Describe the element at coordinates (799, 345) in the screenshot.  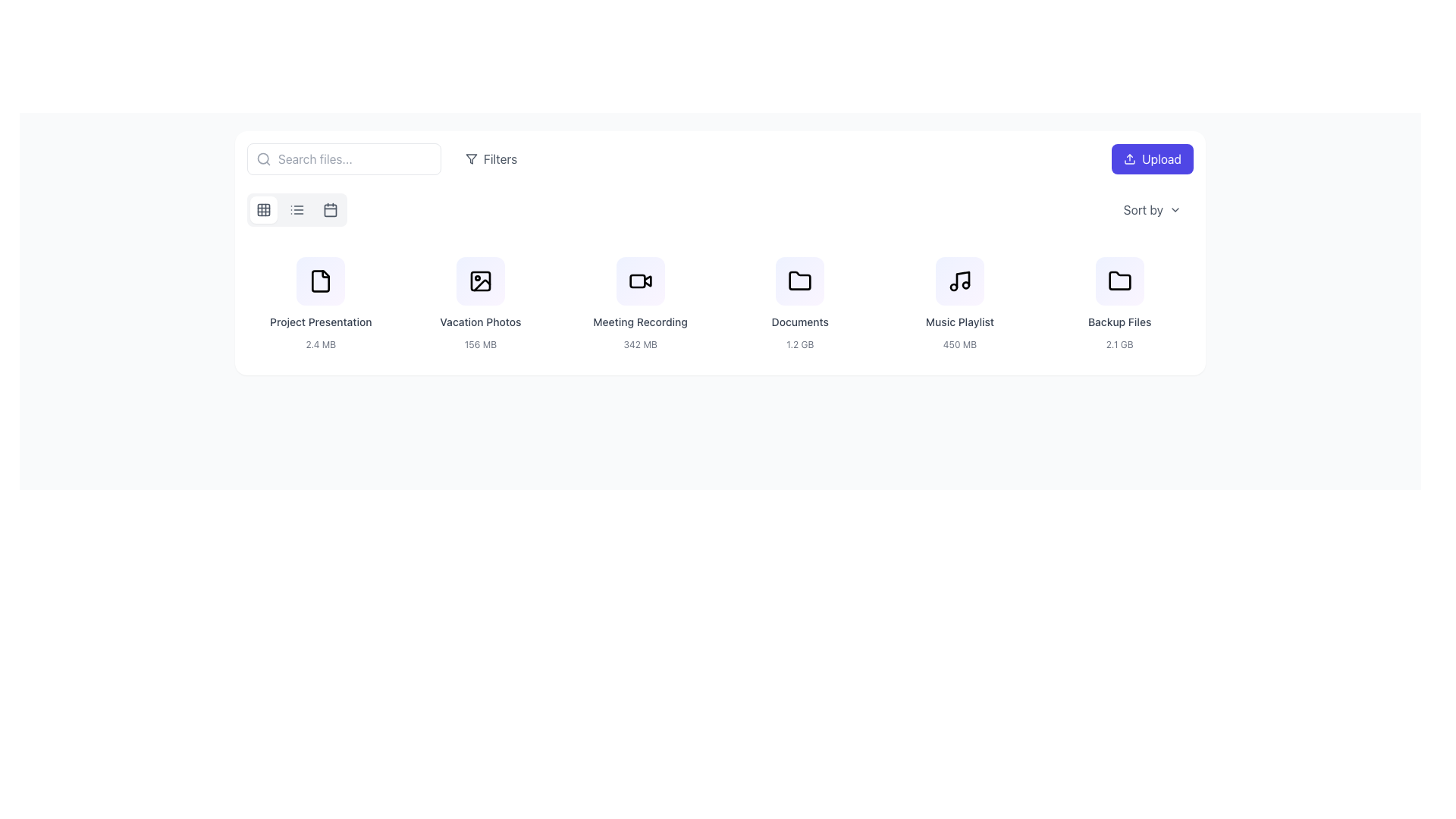
I see `the text label displaying '1.2 GB', which is located underneath the 'Documents' label and aligned with other size descriptions` at that location.